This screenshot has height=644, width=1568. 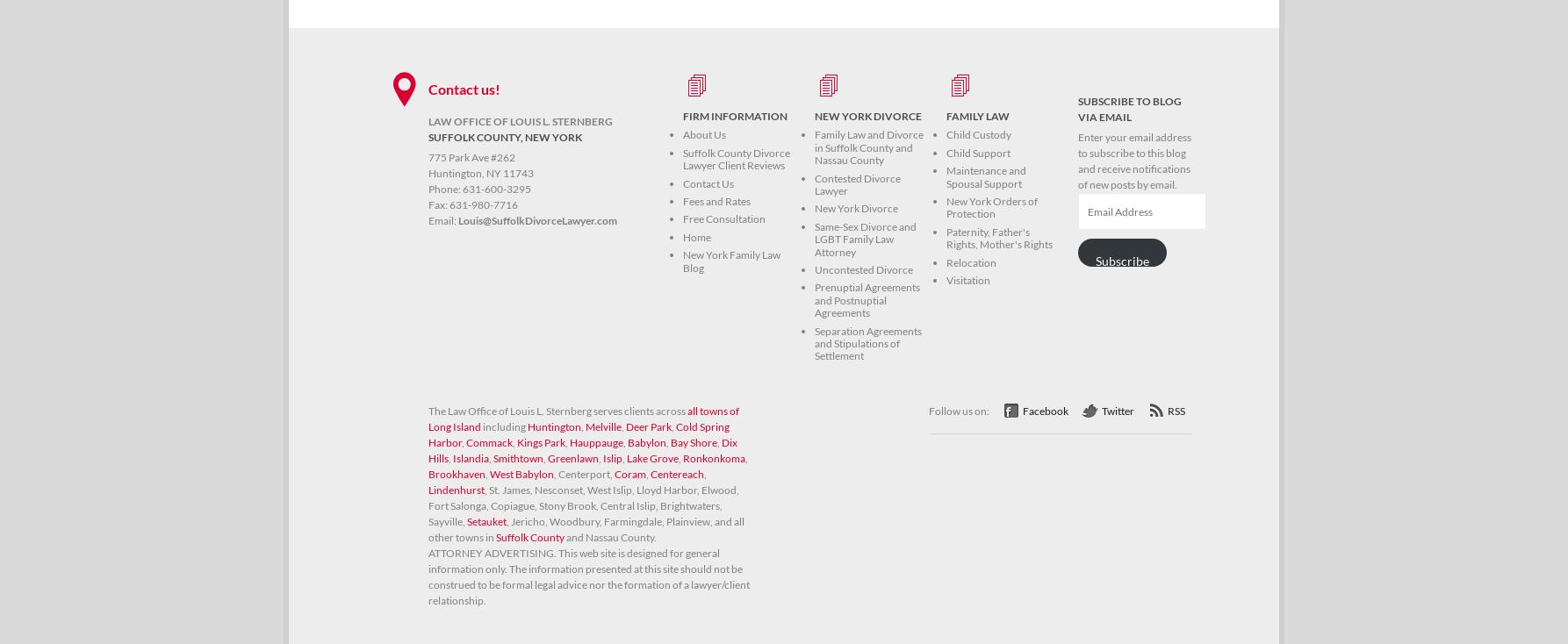 I want to click on 'Suffolk County Divorce Lawyer Client Reviews', so click(x=736, y=158).